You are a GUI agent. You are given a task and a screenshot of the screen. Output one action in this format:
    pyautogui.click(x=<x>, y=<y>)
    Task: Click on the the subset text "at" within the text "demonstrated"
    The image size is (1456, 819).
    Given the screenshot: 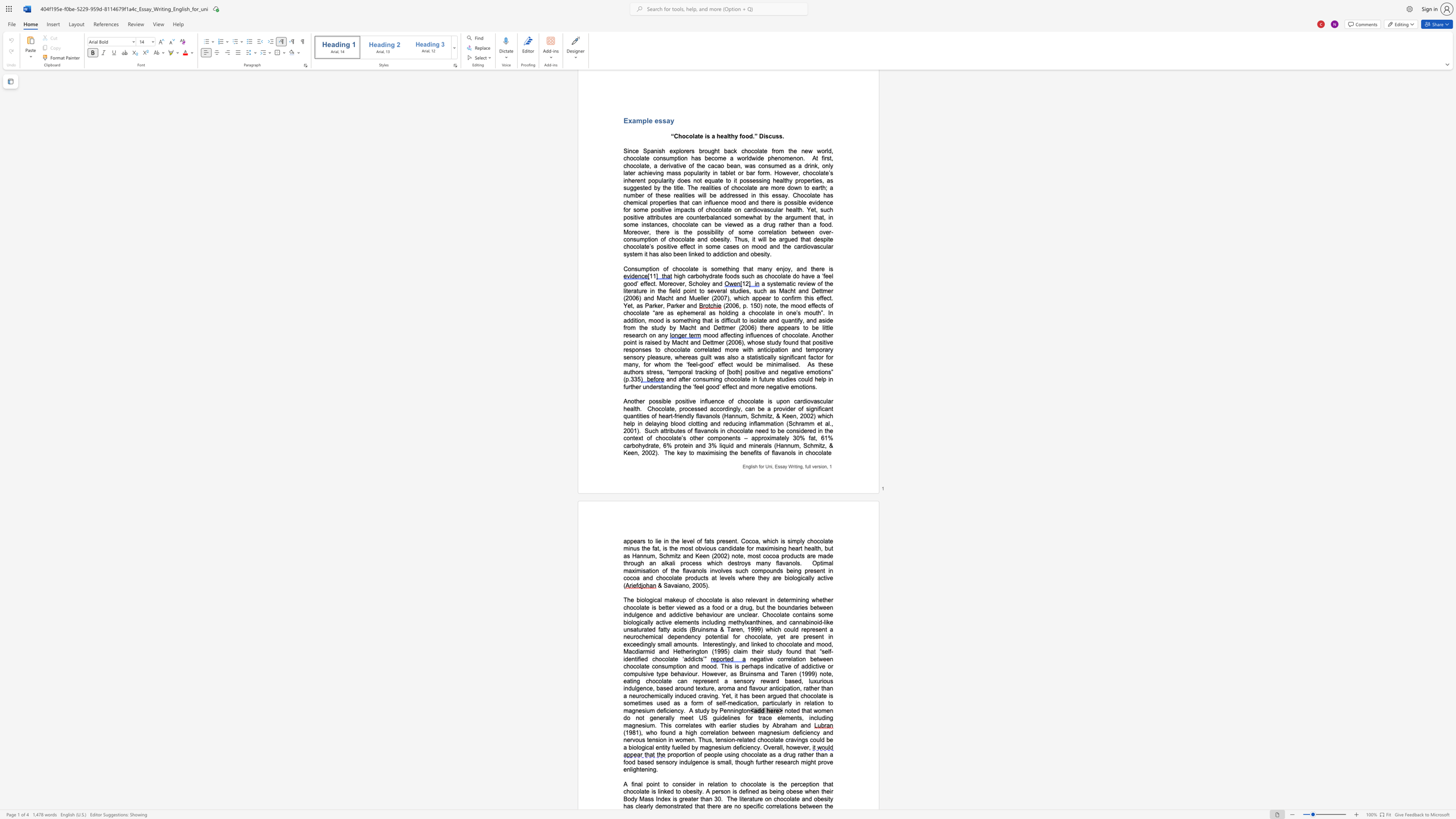 What is the action you would take?
    pyautogui.click(x=681, y=806)
    